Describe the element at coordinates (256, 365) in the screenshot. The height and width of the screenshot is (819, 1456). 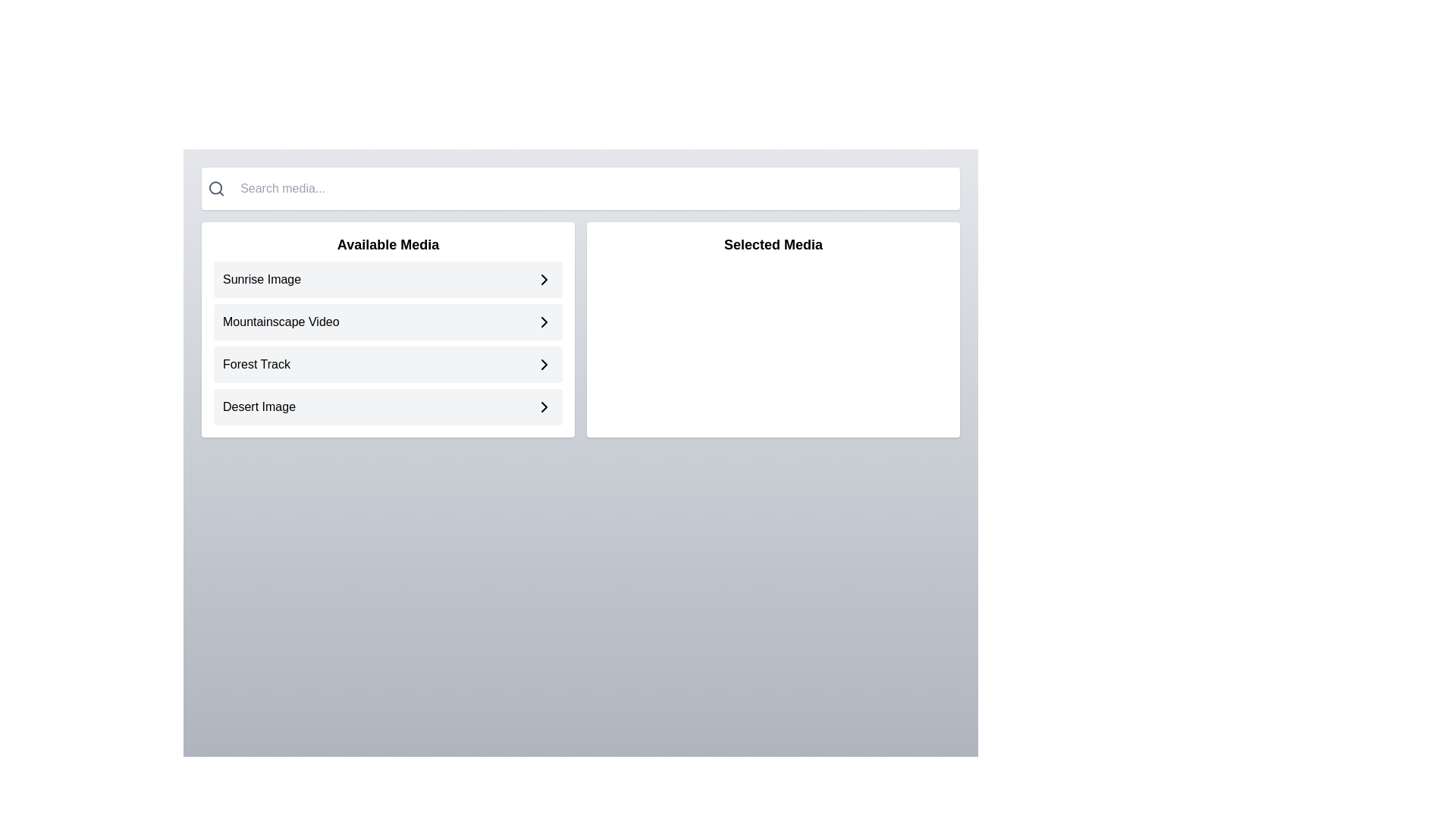
I see `the 'Forest Track' text label, which is the third entry under the 'Available Media' heading in the vertical list` at that location.